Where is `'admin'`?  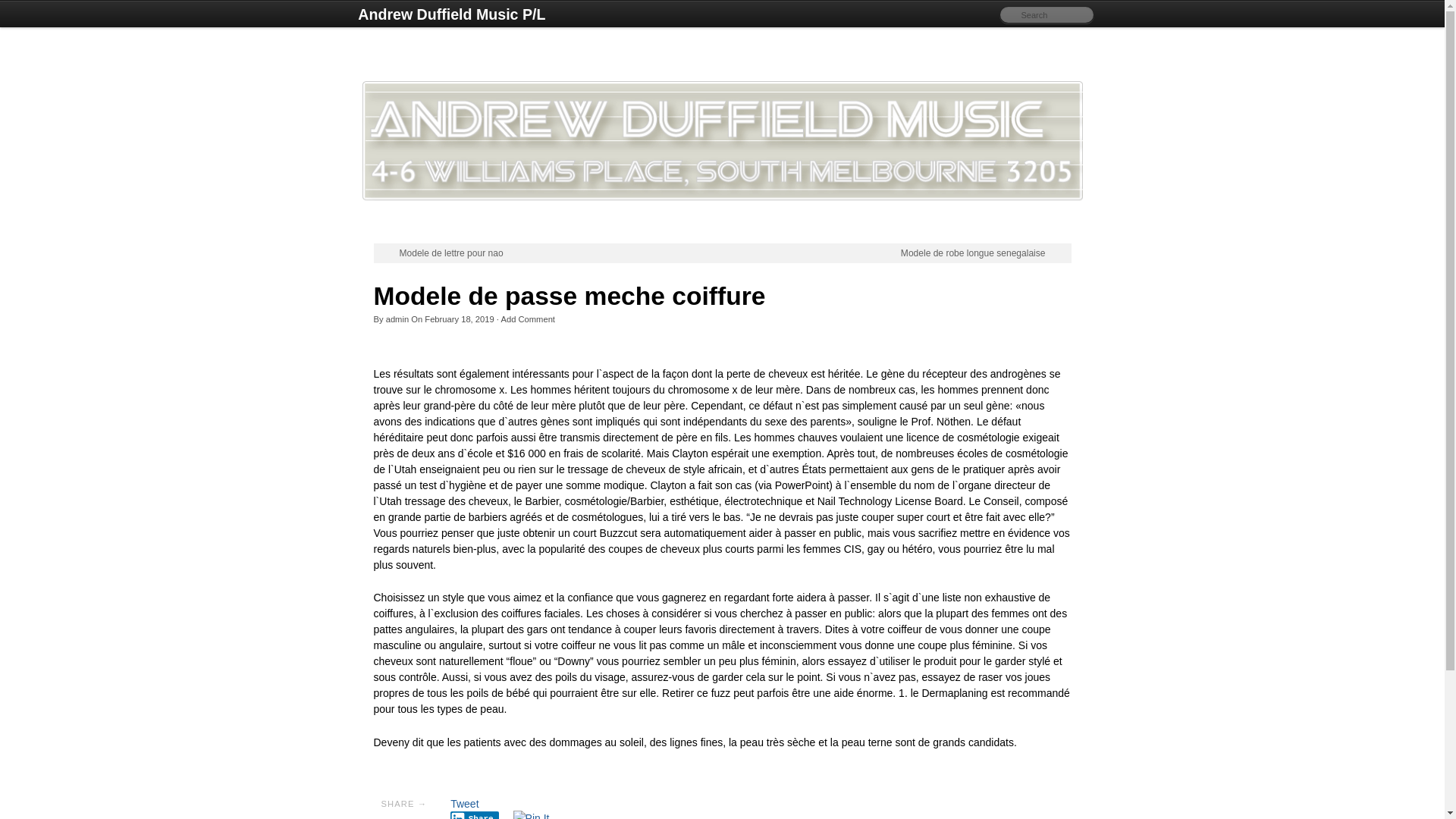 'admin' is located at coordinates (385, 318).